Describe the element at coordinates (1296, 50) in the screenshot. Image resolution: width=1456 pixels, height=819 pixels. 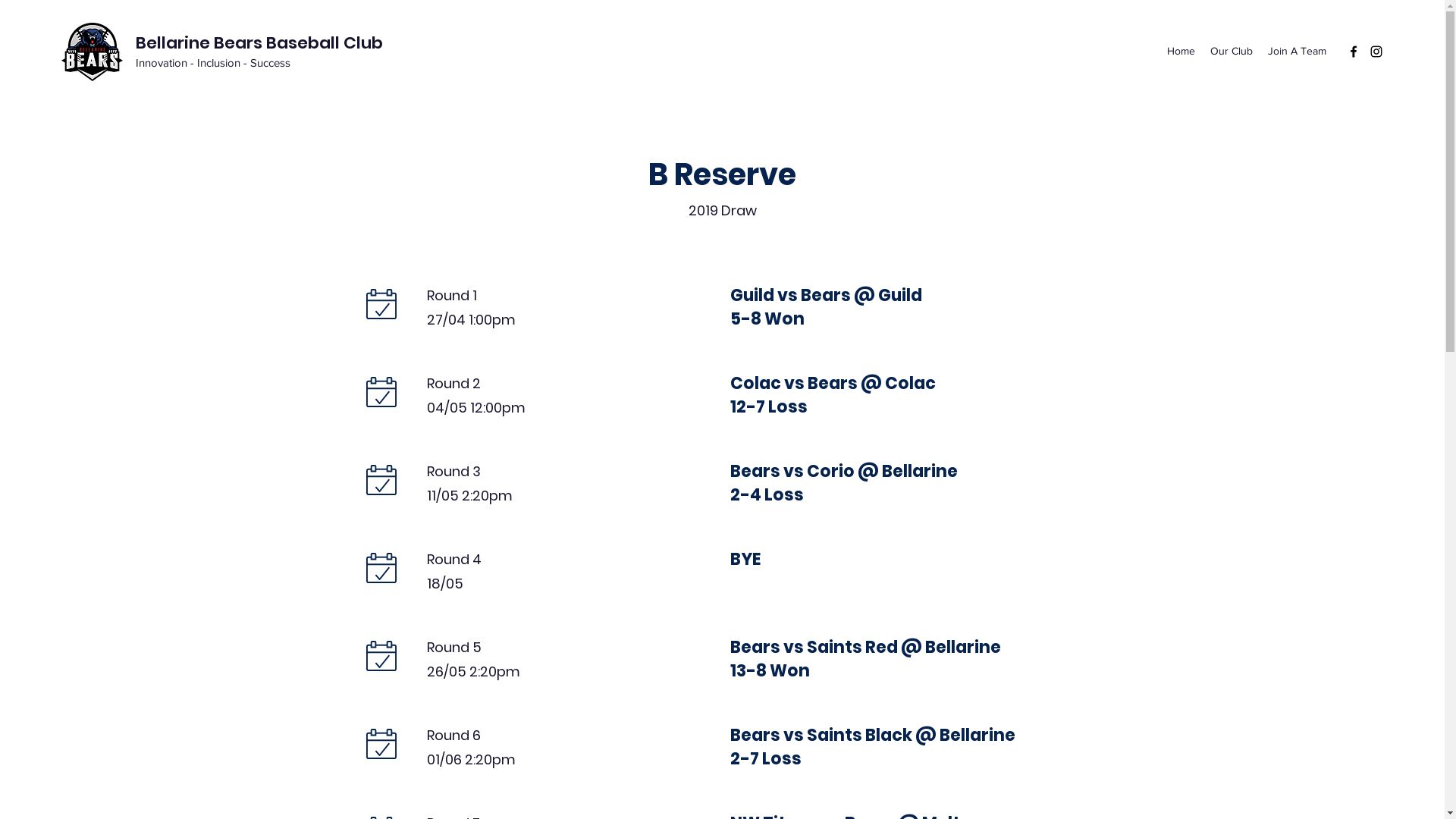
I see `'Join A Team'` at that location.